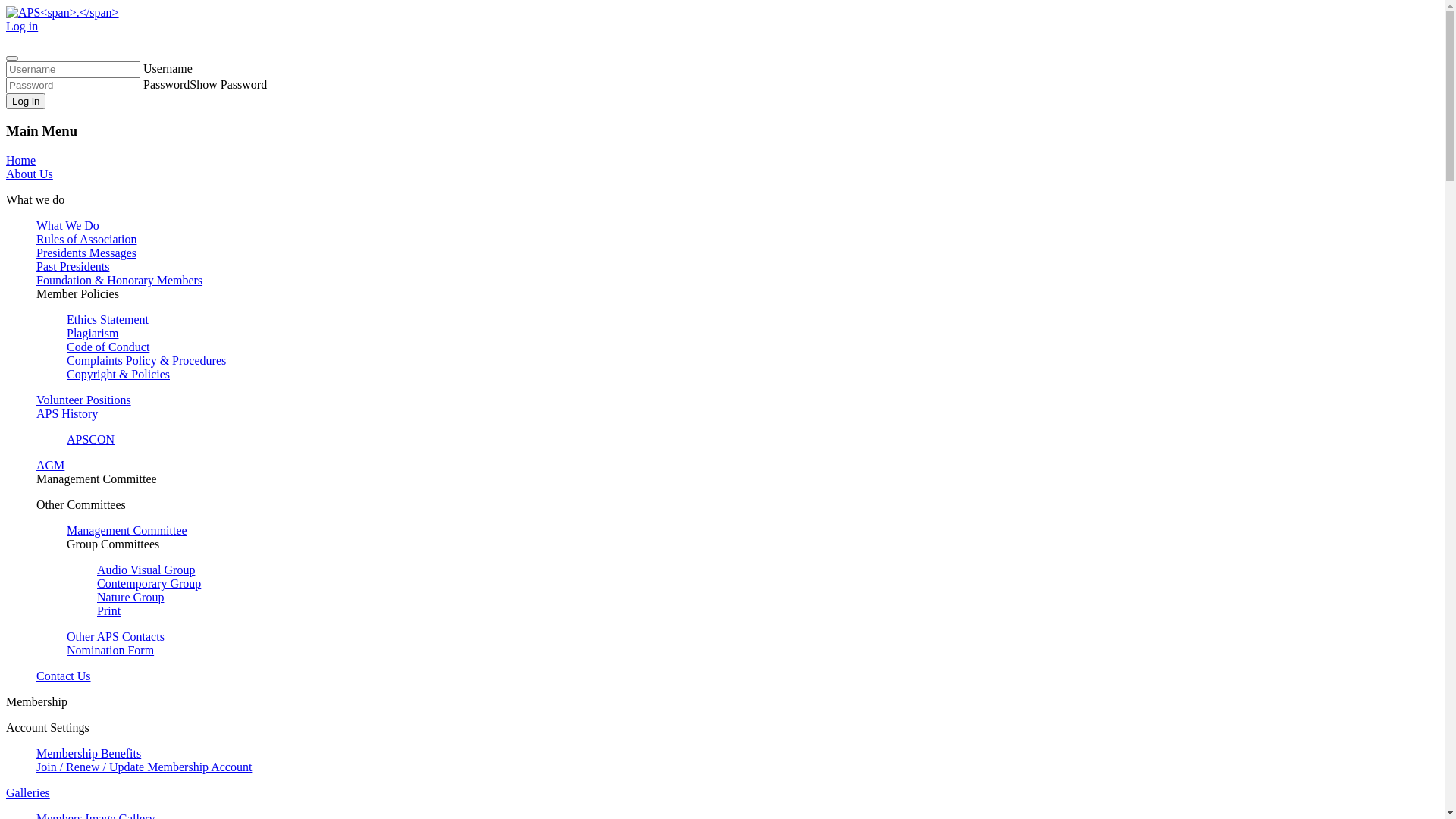  Describe the element at coordinates (107, 318) in the screenshot. I see `'Ethics Statement'` at that location.